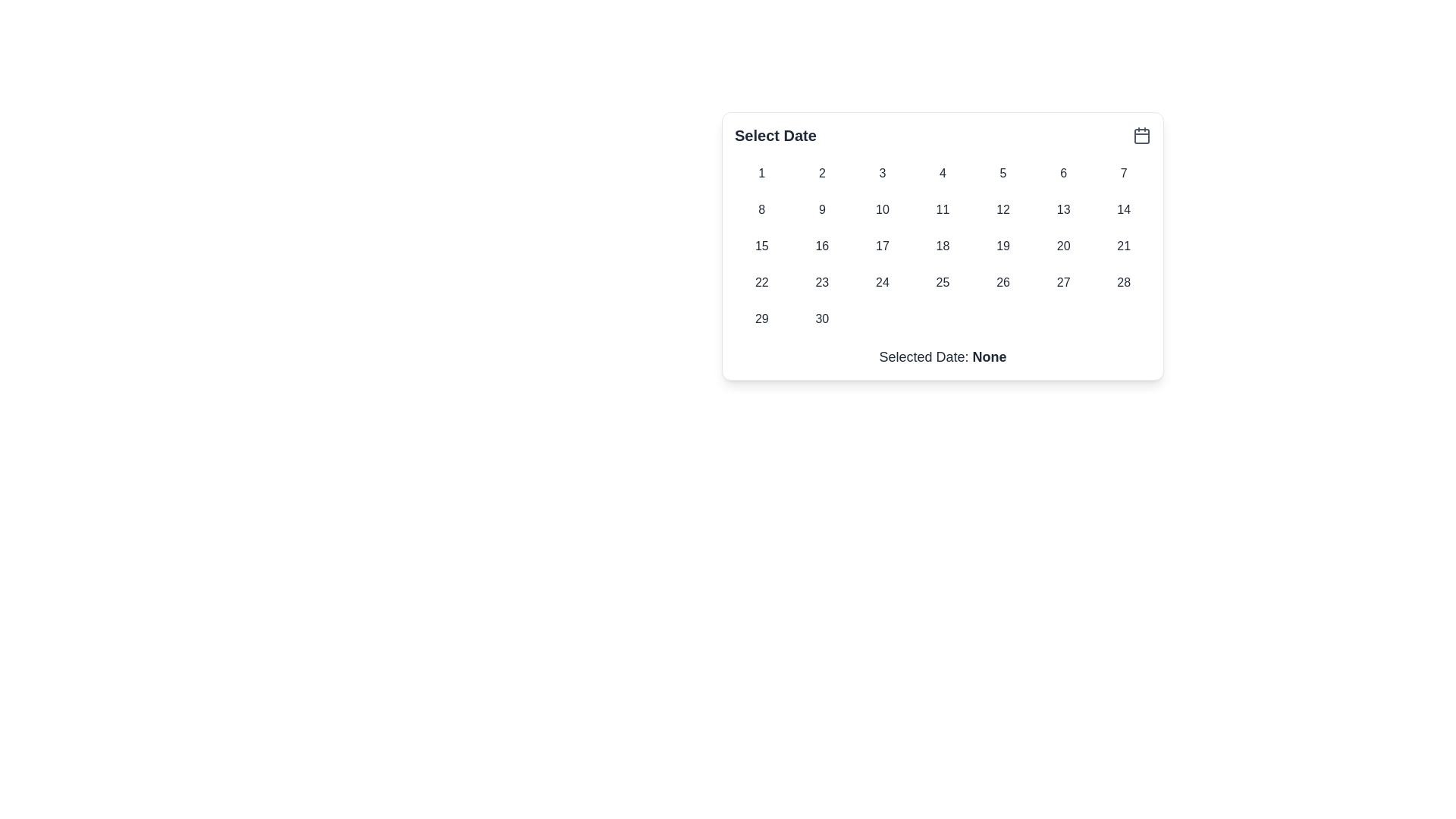 This screenshot has width=1456, height=819. Describe the element at coordinates (942, 172) in the screenshot. I see `the date selection button for the date '4' located in the first row, fourth column of the calendar grid` at that location.